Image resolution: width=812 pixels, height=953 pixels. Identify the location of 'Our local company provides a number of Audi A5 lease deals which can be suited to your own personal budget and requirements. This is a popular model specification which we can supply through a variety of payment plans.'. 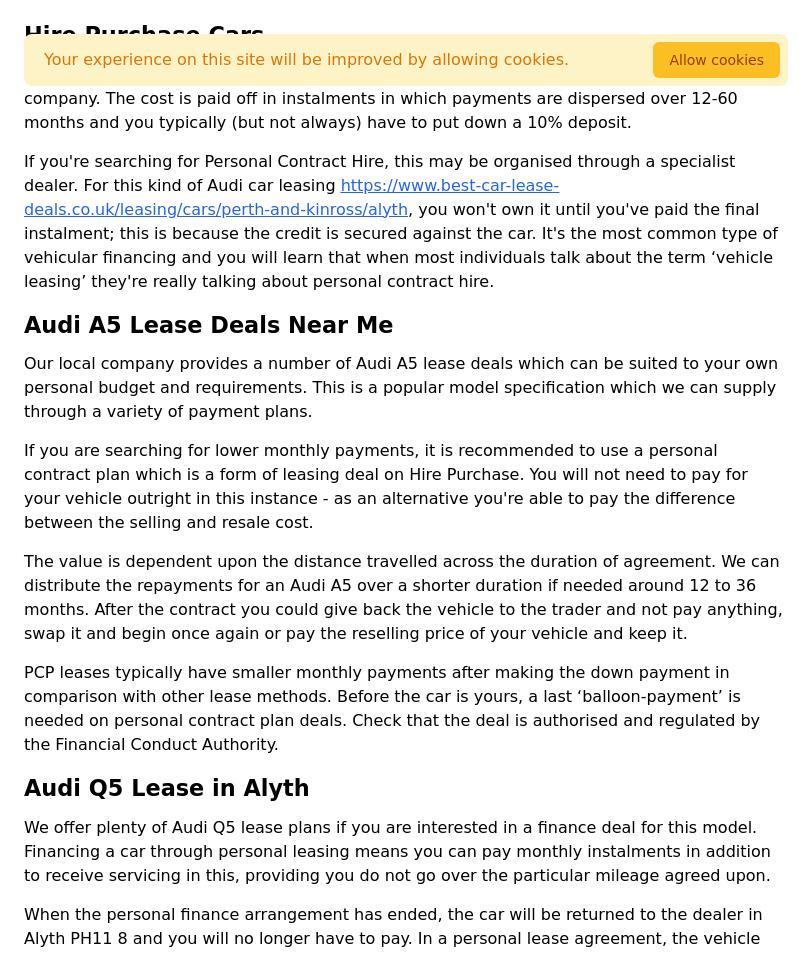
(400, 386).